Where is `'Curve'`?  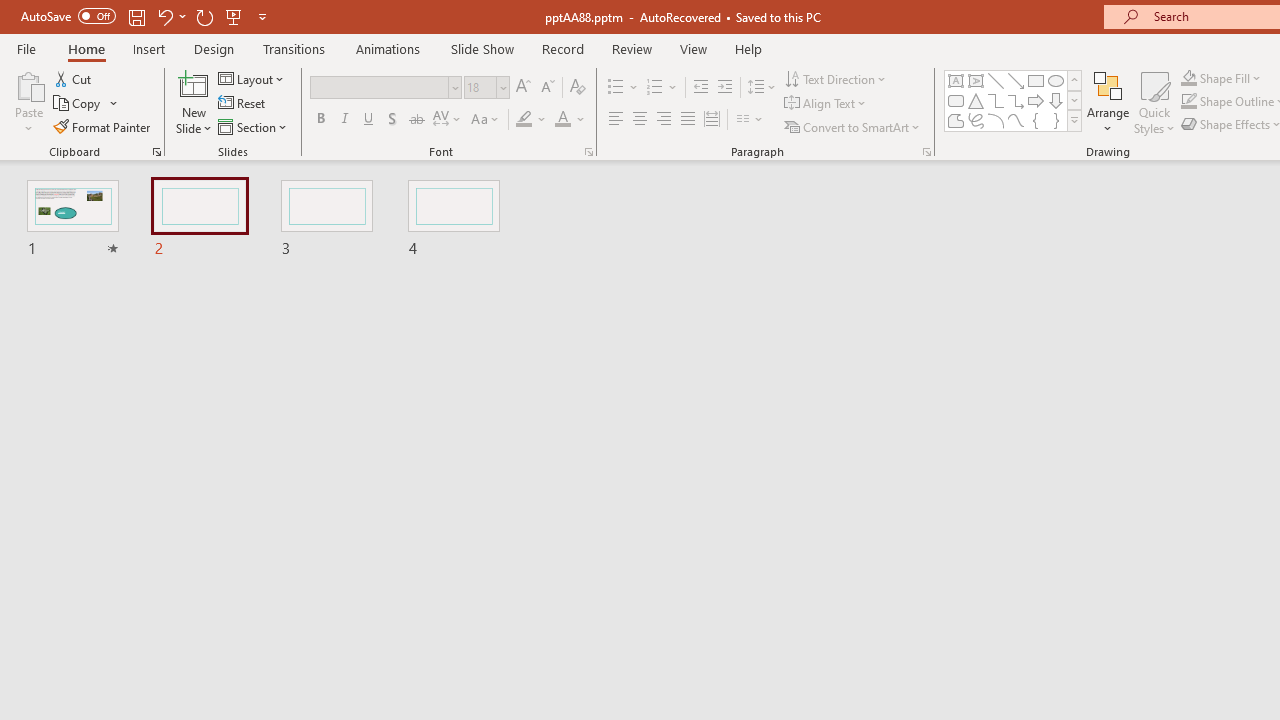
'Curve' is located at coordinates (1016, 120).